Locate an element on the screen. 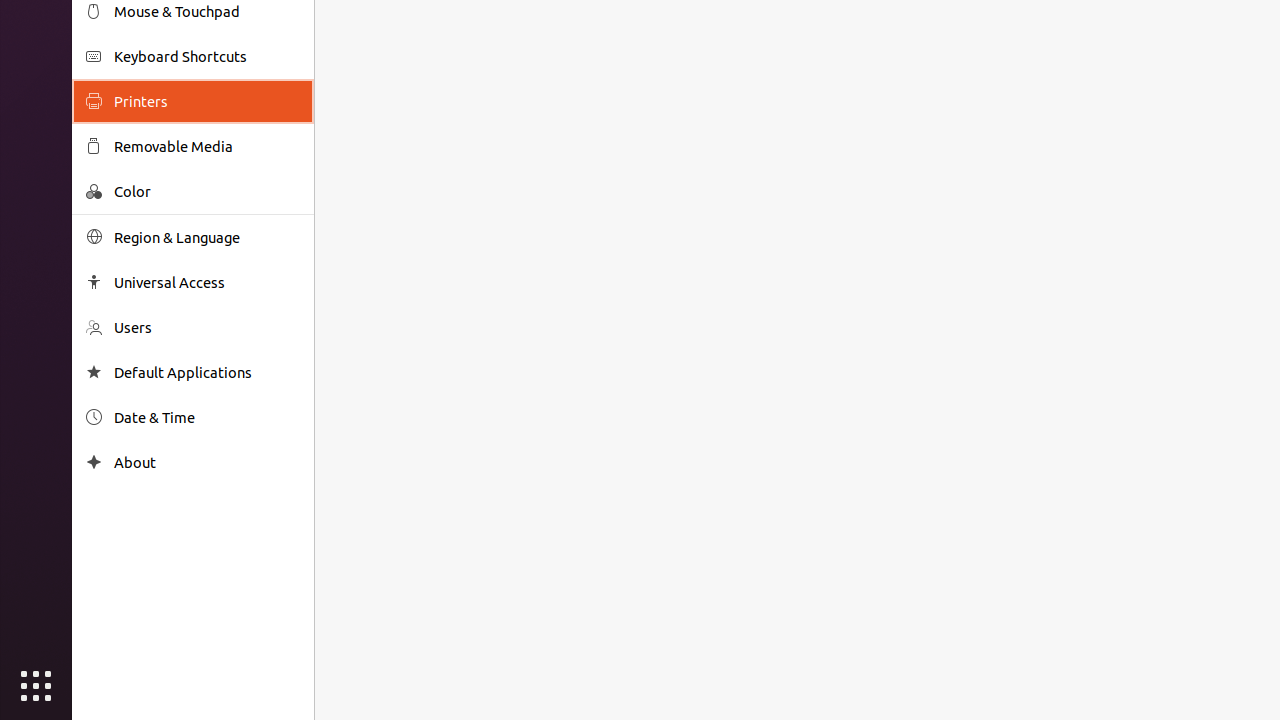  'Default Applications' is located at coordinates (206, 372).